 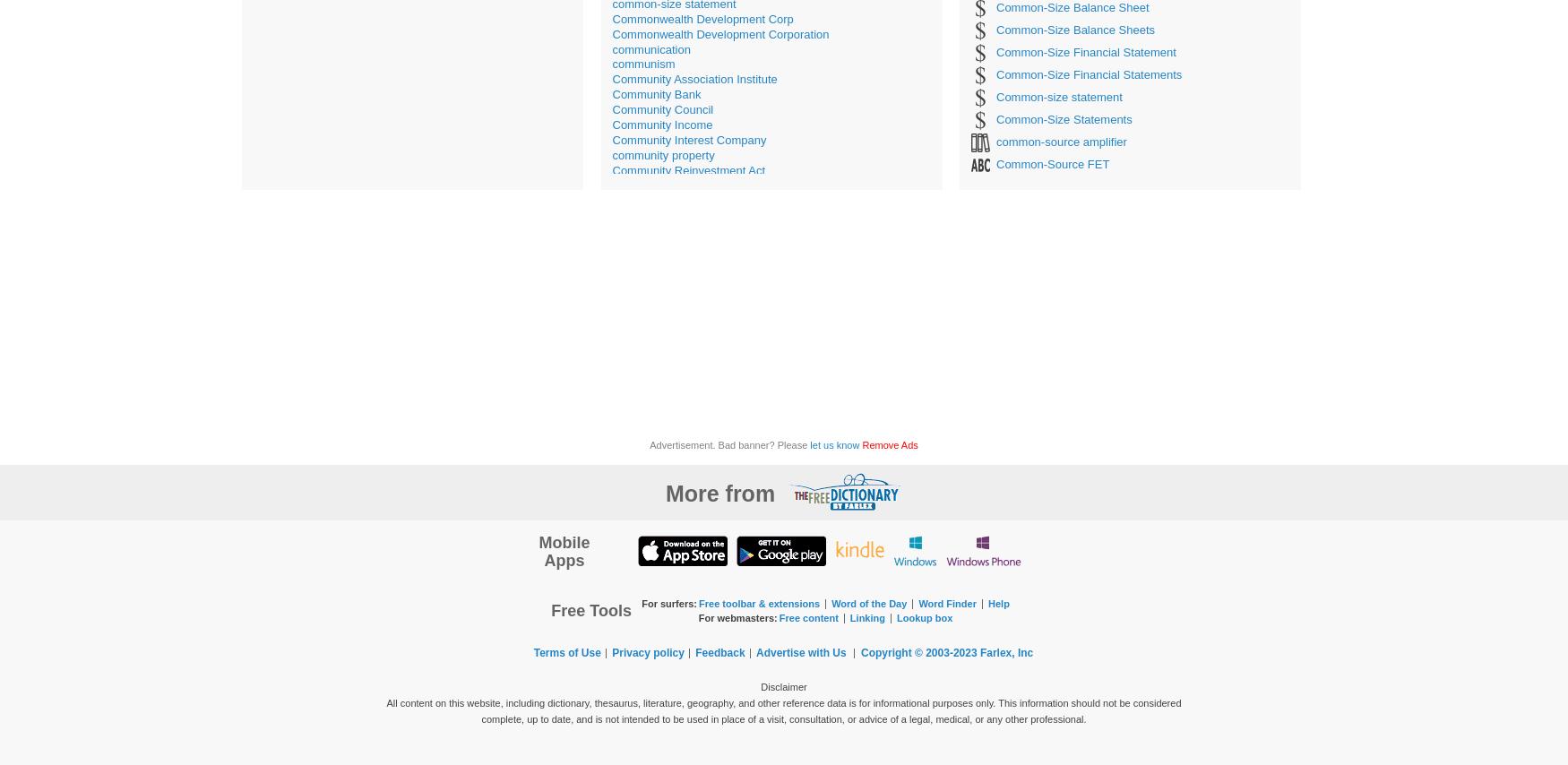 What do you see at coordinates (849, 616) in the screenshot?
I see `'Linking'` at bounding box center [849, 616].